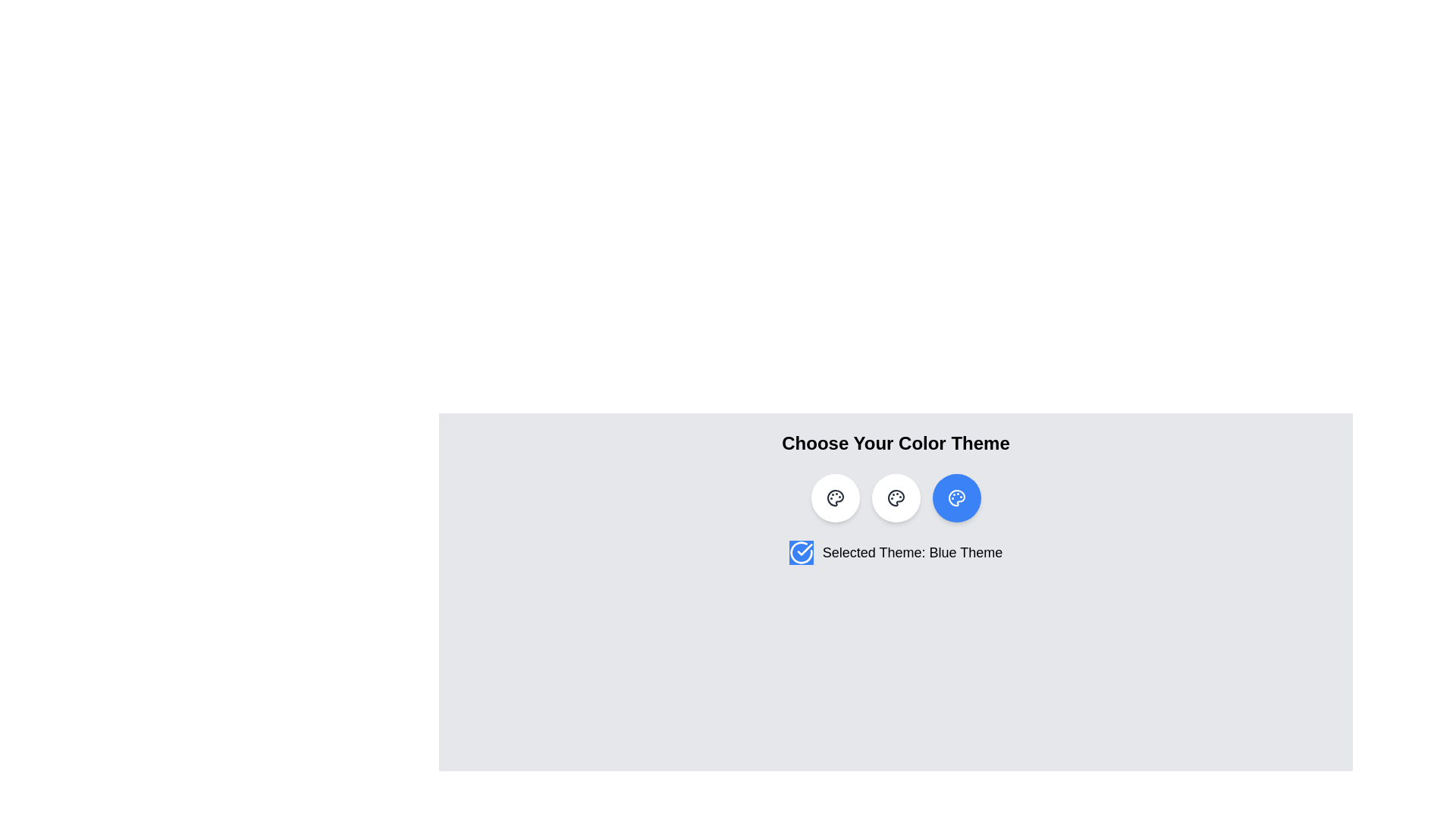 The image size is (1456, 819). Describe the element at coordinates (955, 497) in the screenshot. I see `the color theme blue by clicking on the corresponding button` at that location.